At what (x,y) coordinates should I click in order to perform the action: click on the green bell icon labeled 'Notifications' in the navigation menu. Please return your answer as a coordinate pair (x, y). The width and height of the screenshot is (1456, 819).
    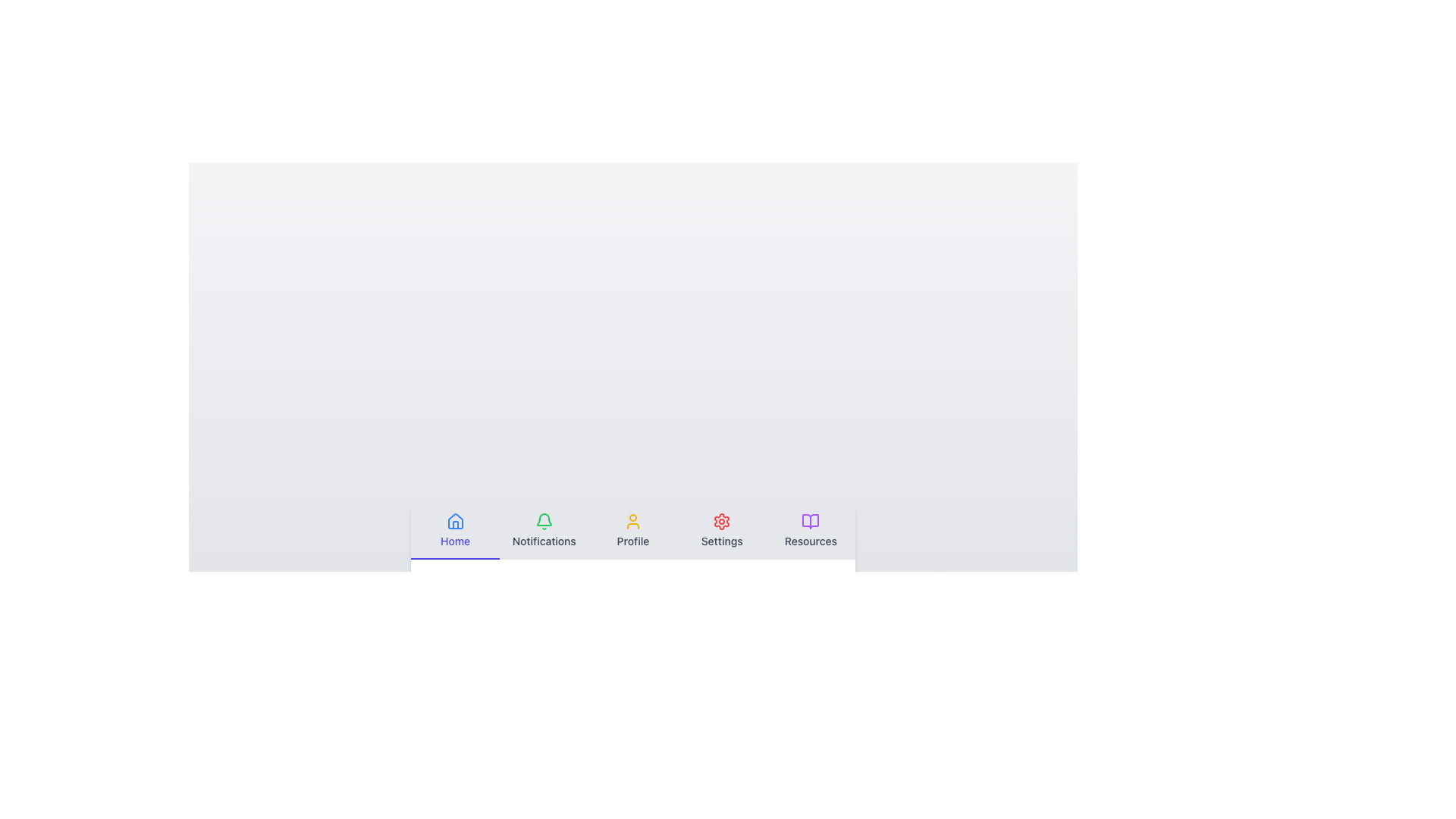
    Looking at the image, I should click on (544, 529).